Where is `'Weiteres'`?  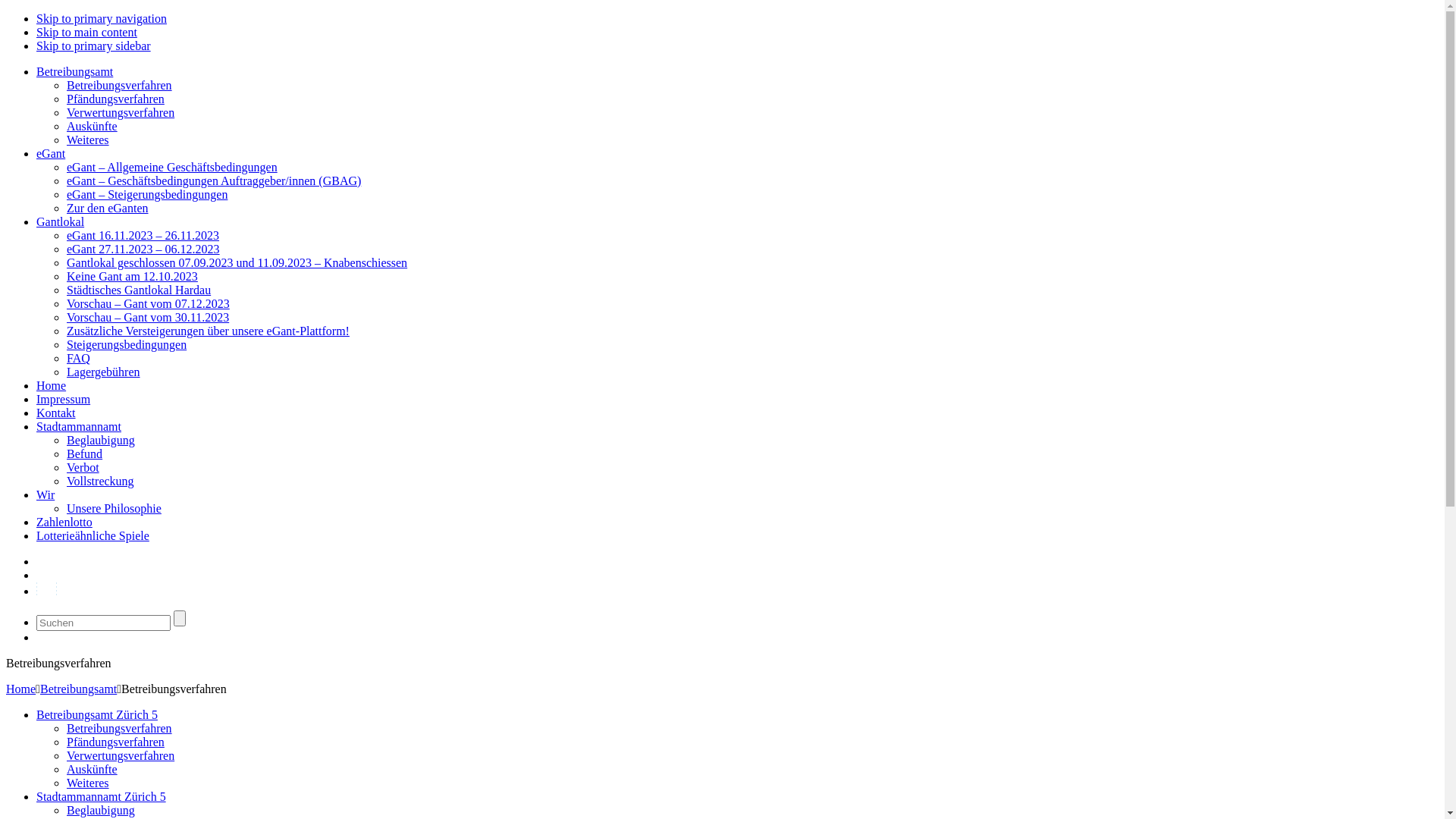 'Weiteres' is located at coordinates (86, 783).